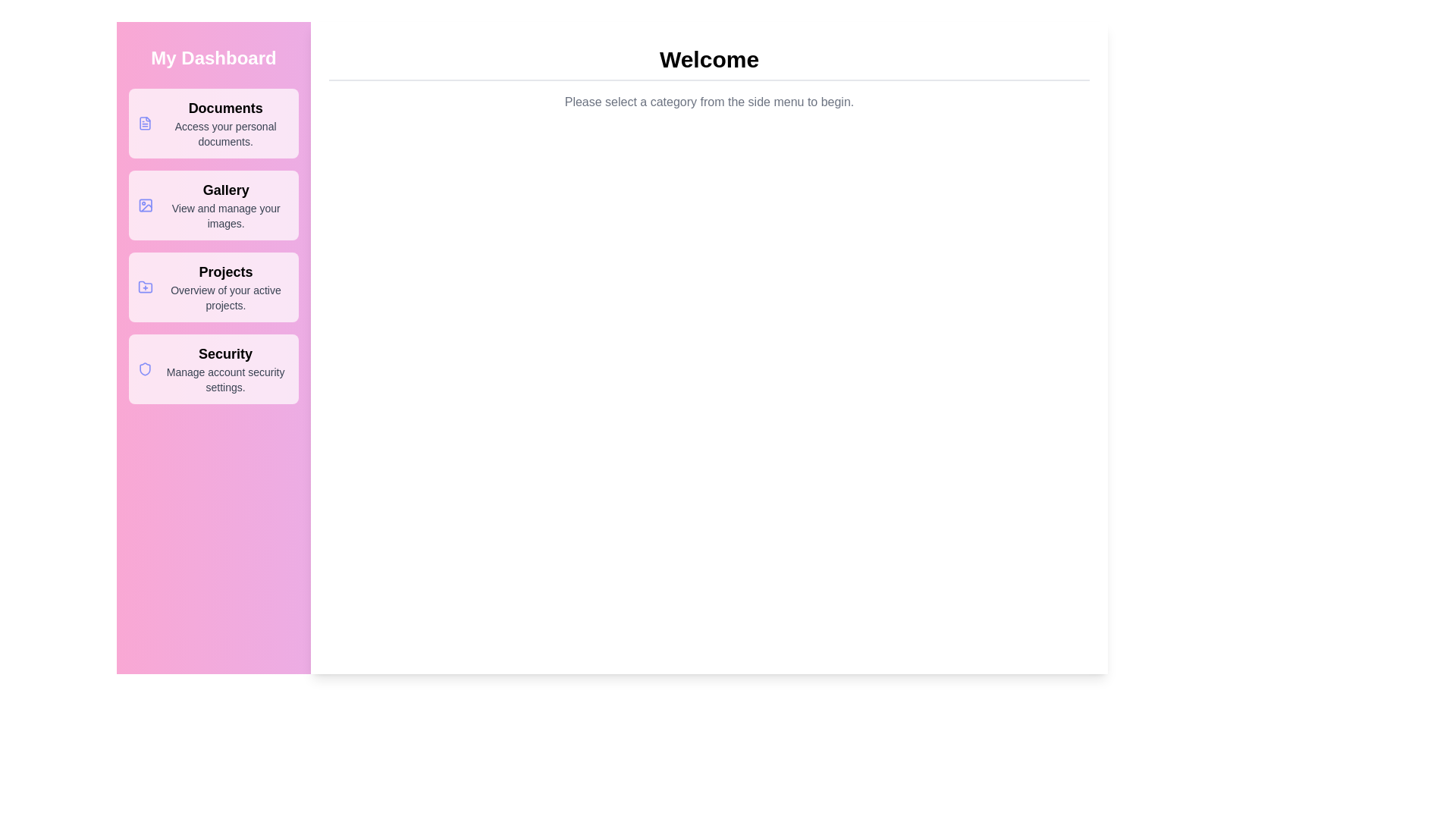 The height and width of the screenshot is (819, 1456). I want to click on the menu item labeled Gallery to view its hover state, so click(213, 205).